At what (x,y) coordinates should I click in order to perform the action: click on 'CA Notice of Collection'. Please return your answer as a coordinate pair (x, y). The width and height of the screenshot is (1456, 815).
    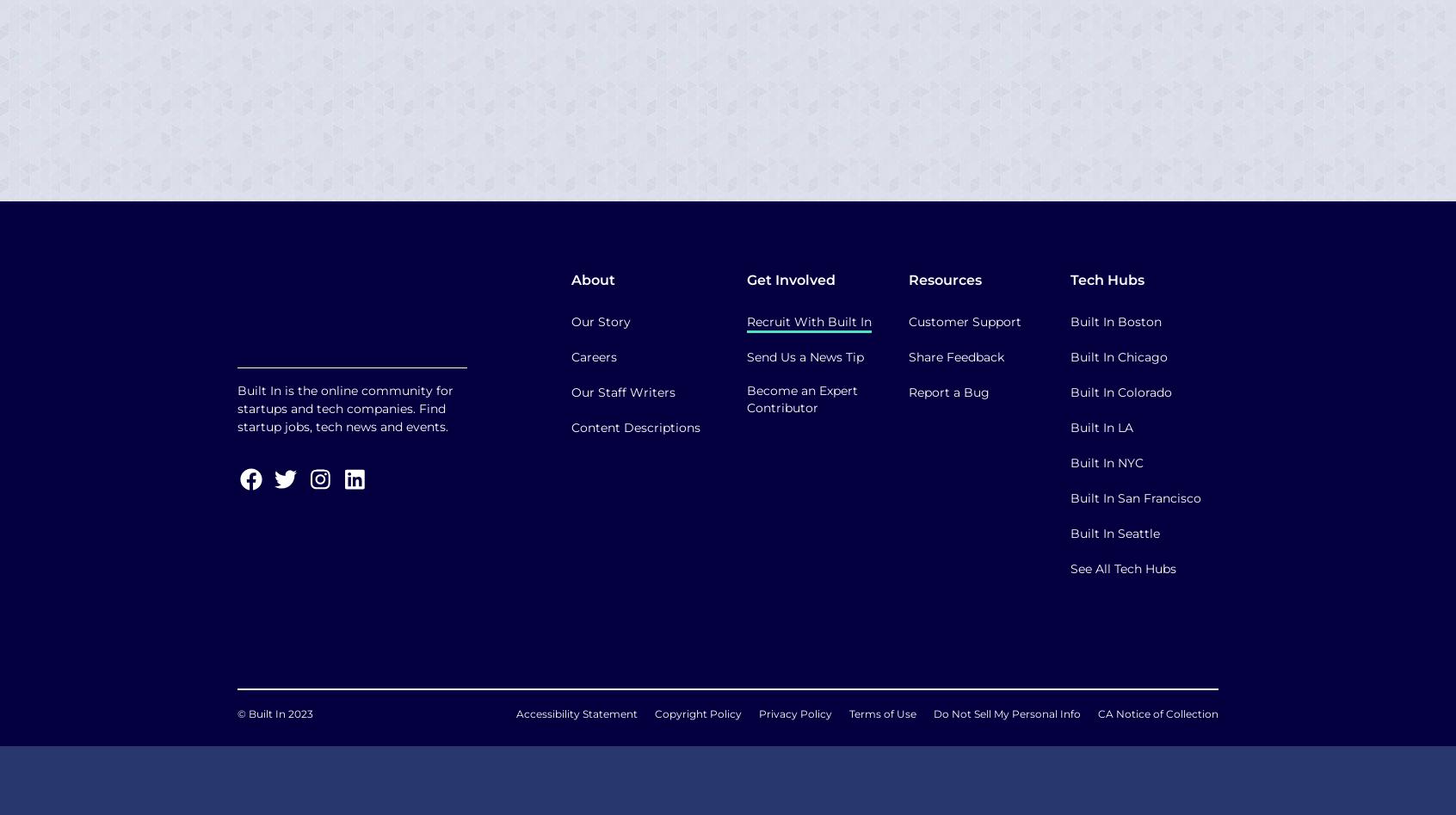
    Looking at the image, I should click on (1096, 713).